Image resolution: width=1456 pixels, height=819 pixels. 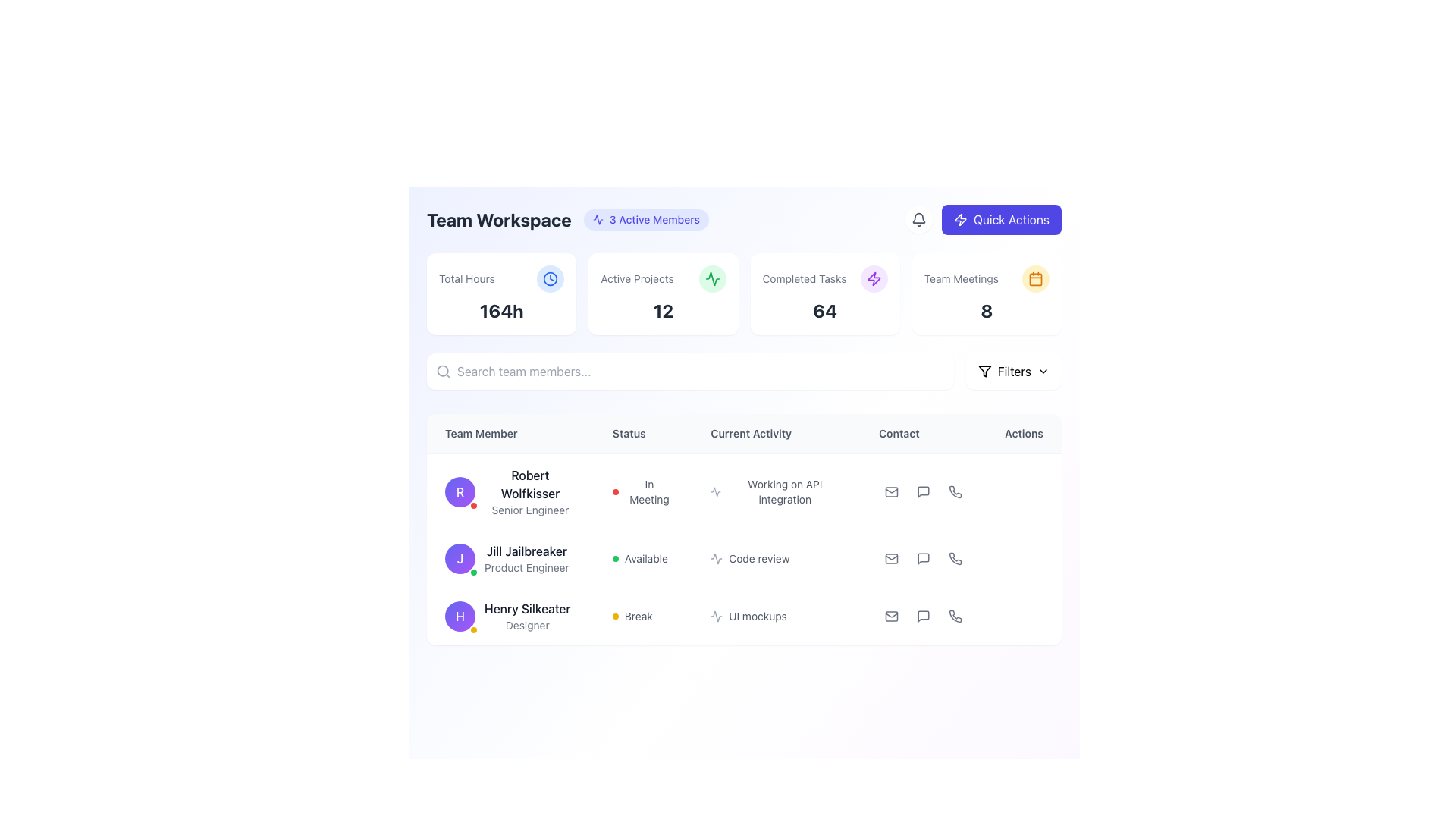 What do you see at coordinates (643, 558) in the screenshot?
I see `the 'Available' text label next to the green circular status indicator in the row for 'Jill Jailbreaker'` at bounding box center [643, 558].